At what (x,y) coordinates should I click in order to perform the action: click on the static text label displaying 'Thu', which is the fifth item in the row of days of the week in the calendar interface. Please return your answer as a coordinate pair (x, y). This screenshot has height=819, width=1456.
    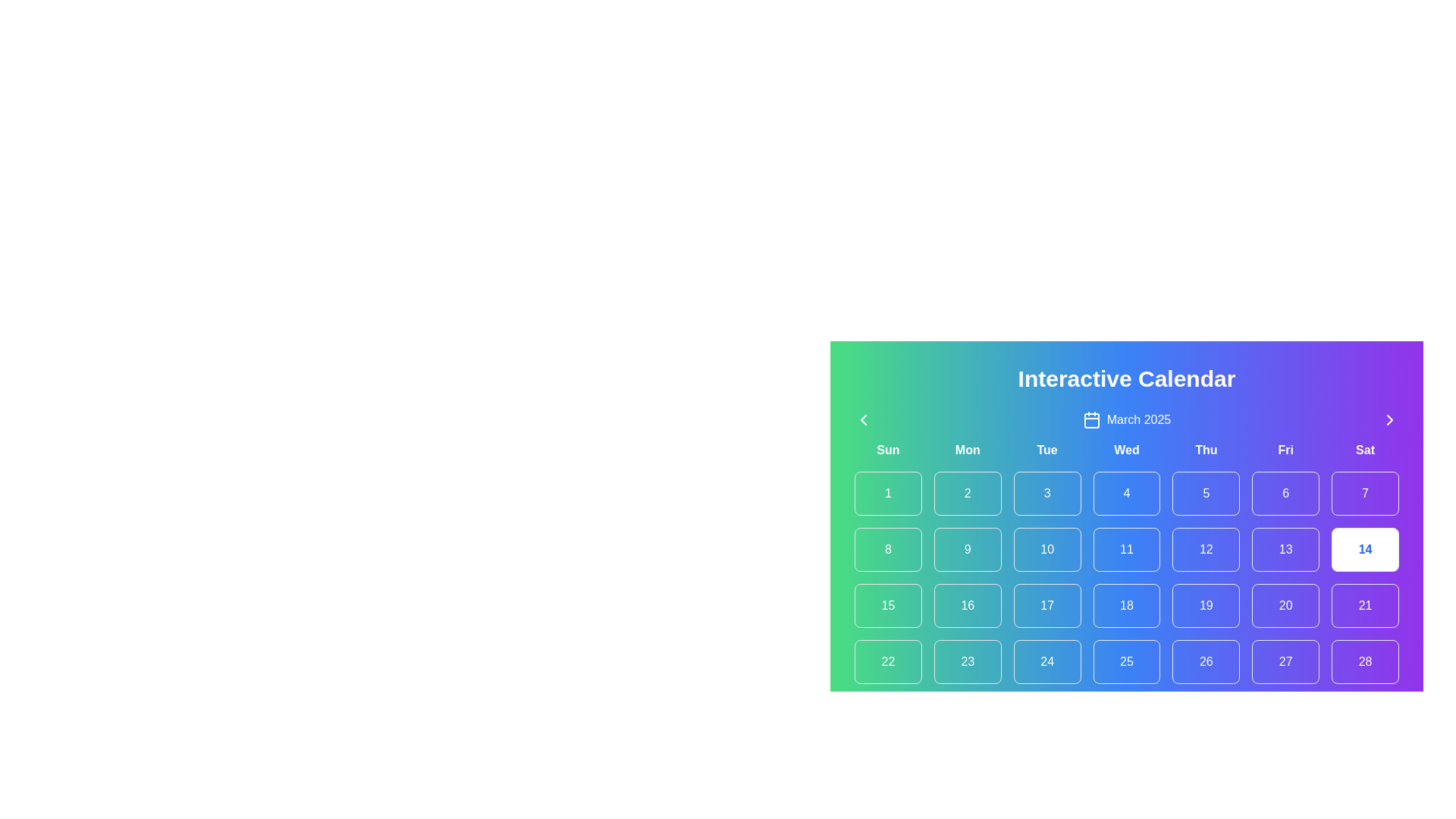
    Looking at the image, I should click on (1205, 450).